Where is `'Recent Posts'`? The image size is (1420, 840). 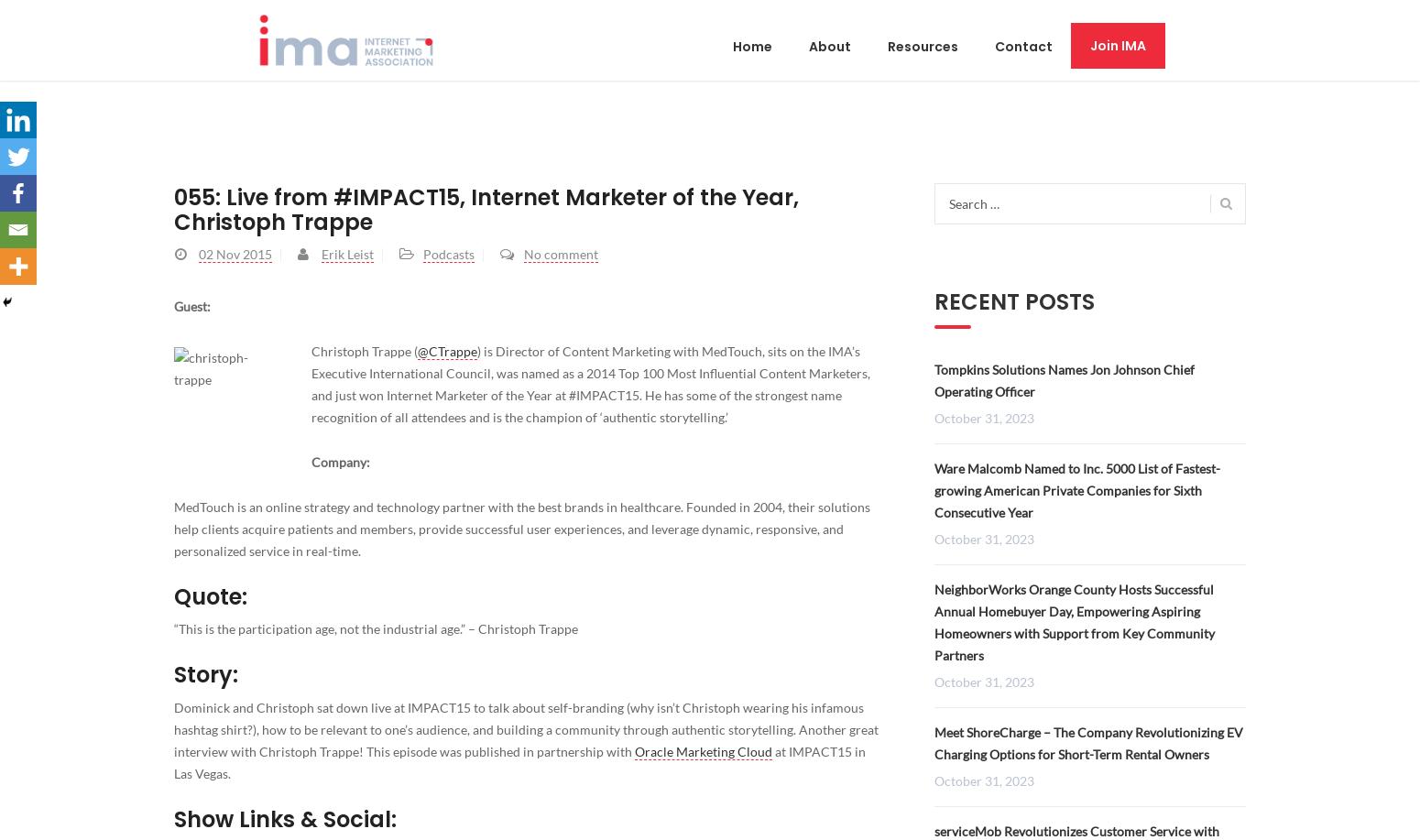 'Recent Posts' is located at coordinates (1013, 300).